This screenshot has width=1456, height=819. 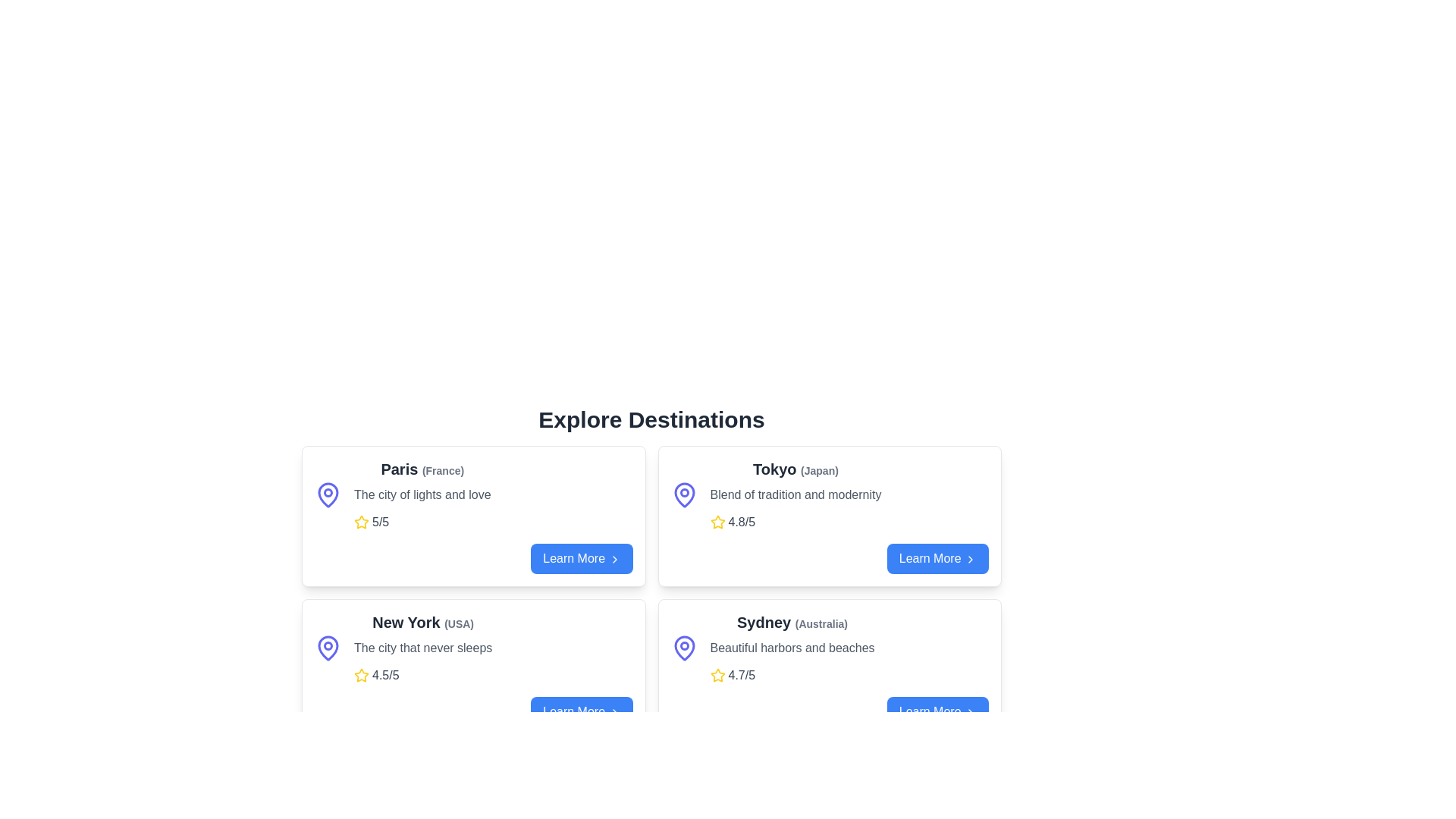 What do you see at coordinates (792, 623) in the screenshot?
I see `the text label displaying 'Sydney (Australia)' which features 'Sydney' in bold and larger font, and '(Australia)' in smaller, lighter font, located in the second row and second column of the destination cards grid` at bounding box center [792, 623].